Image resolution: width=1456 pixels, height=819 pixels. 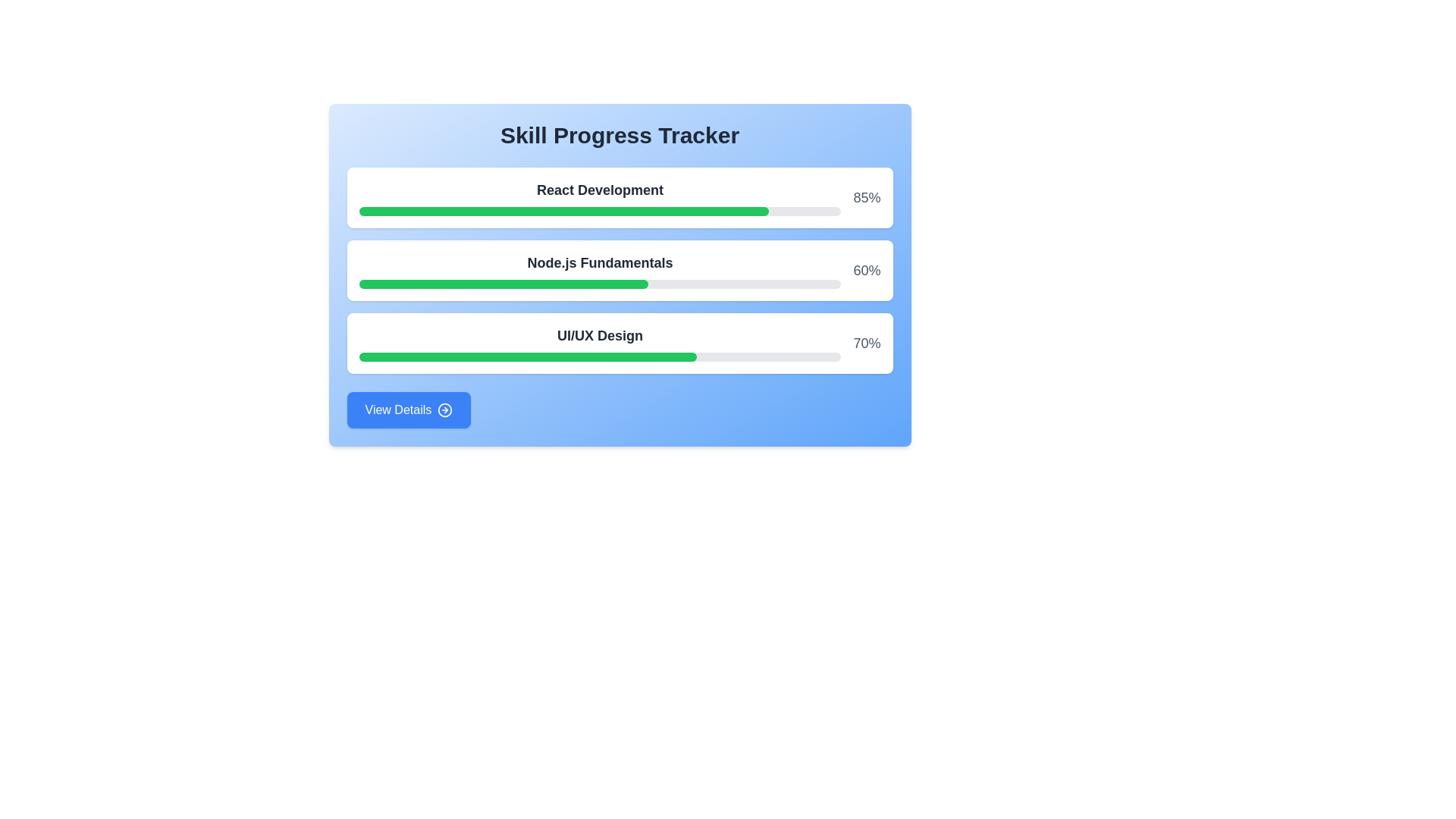 What do you see at coordinates (599, 335) in the screenshot?
I see `the Text Label that identifies the progress section for the UI/UX Design skill, located in the third section of the progress tracker, above the green progress bar` at bounding box center [599, 335].